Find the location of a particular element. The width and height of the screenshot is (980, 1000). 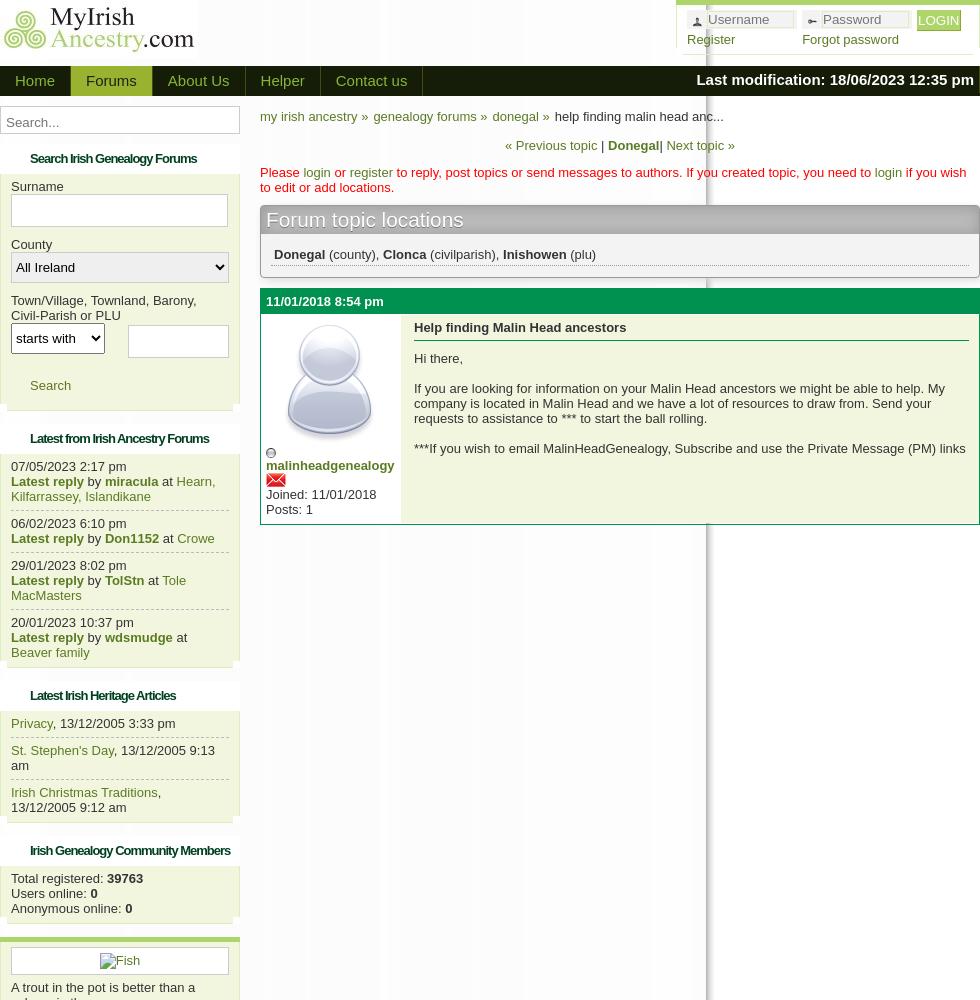

'20/01/2023 10:37 pm' is located at coordinates (72, 621).